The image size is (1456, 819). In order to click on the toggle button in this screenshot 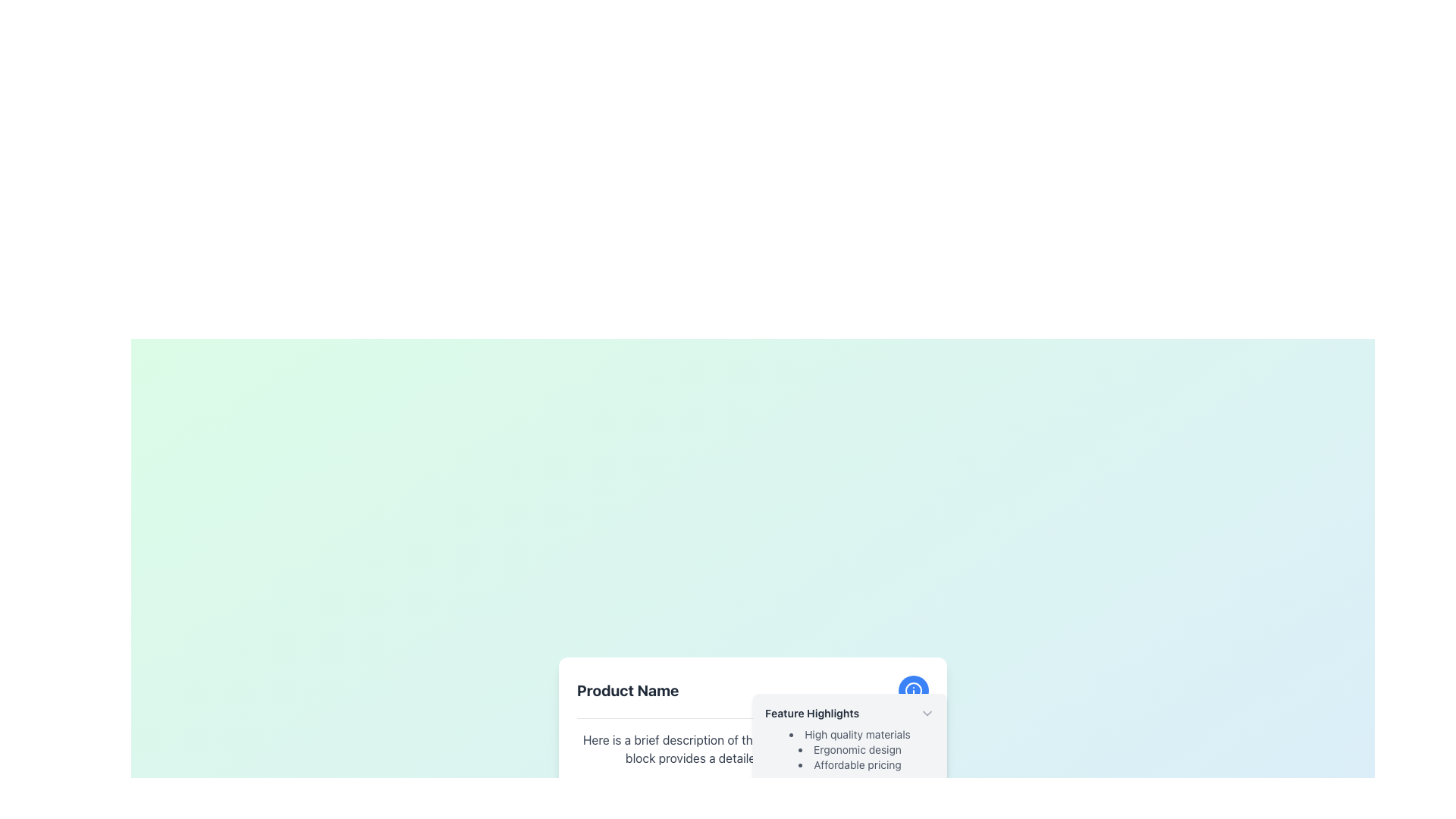, I will do `click(927, 713)`.